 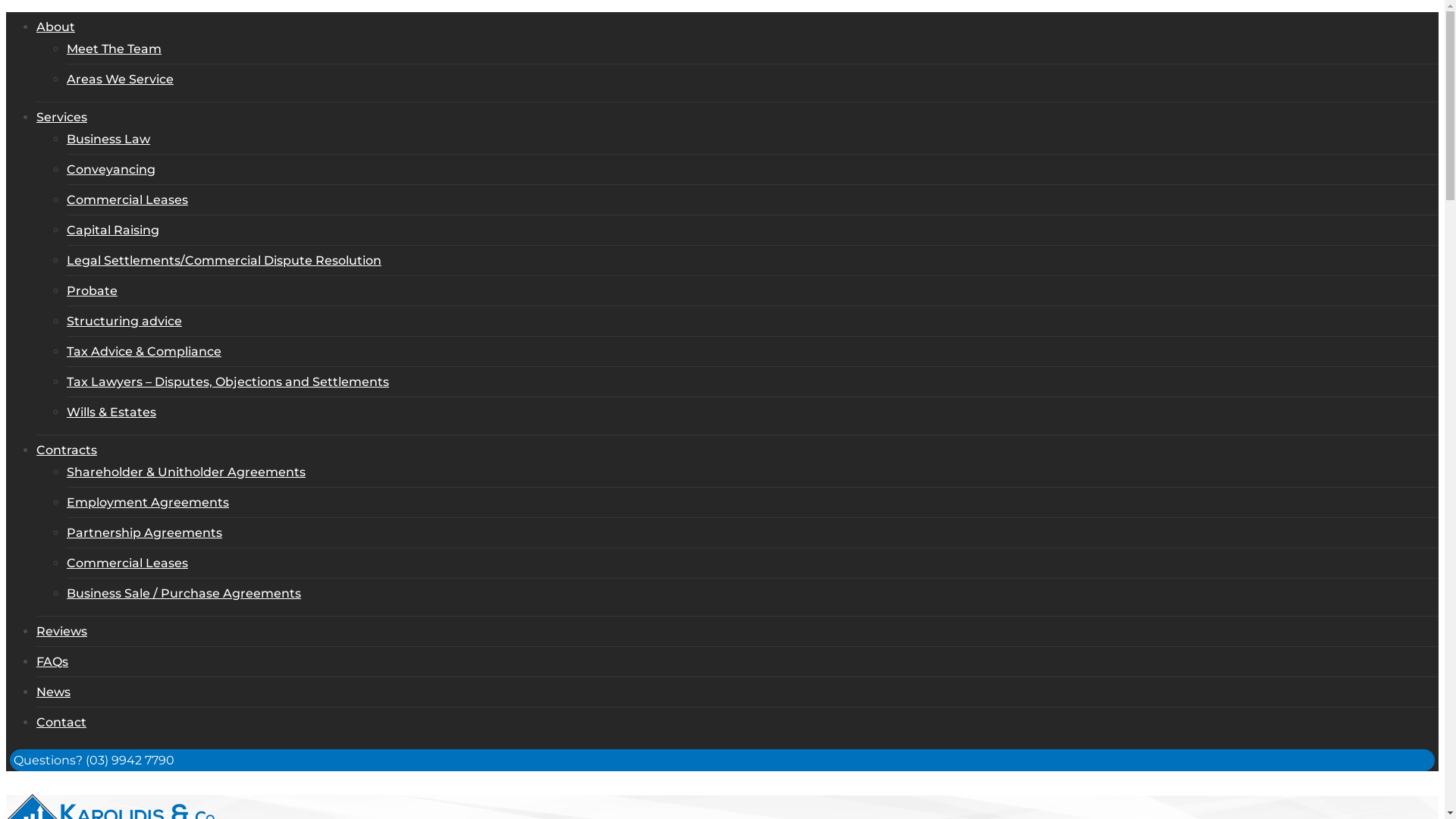 I want to click on 'Structuring advice', so click(x=65, y=320).